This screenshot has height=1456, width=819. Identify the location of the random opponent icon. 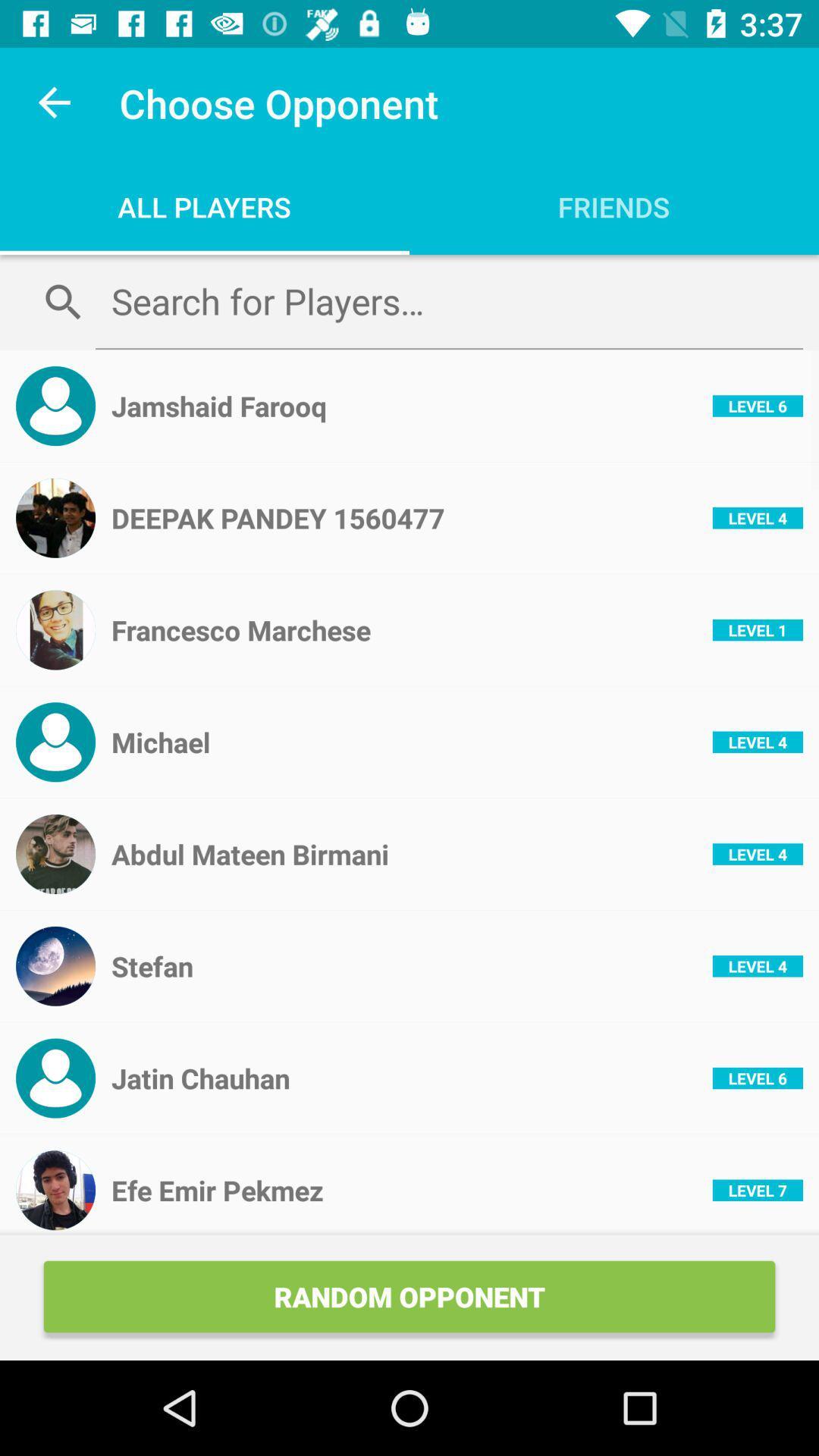
(409, 1295).